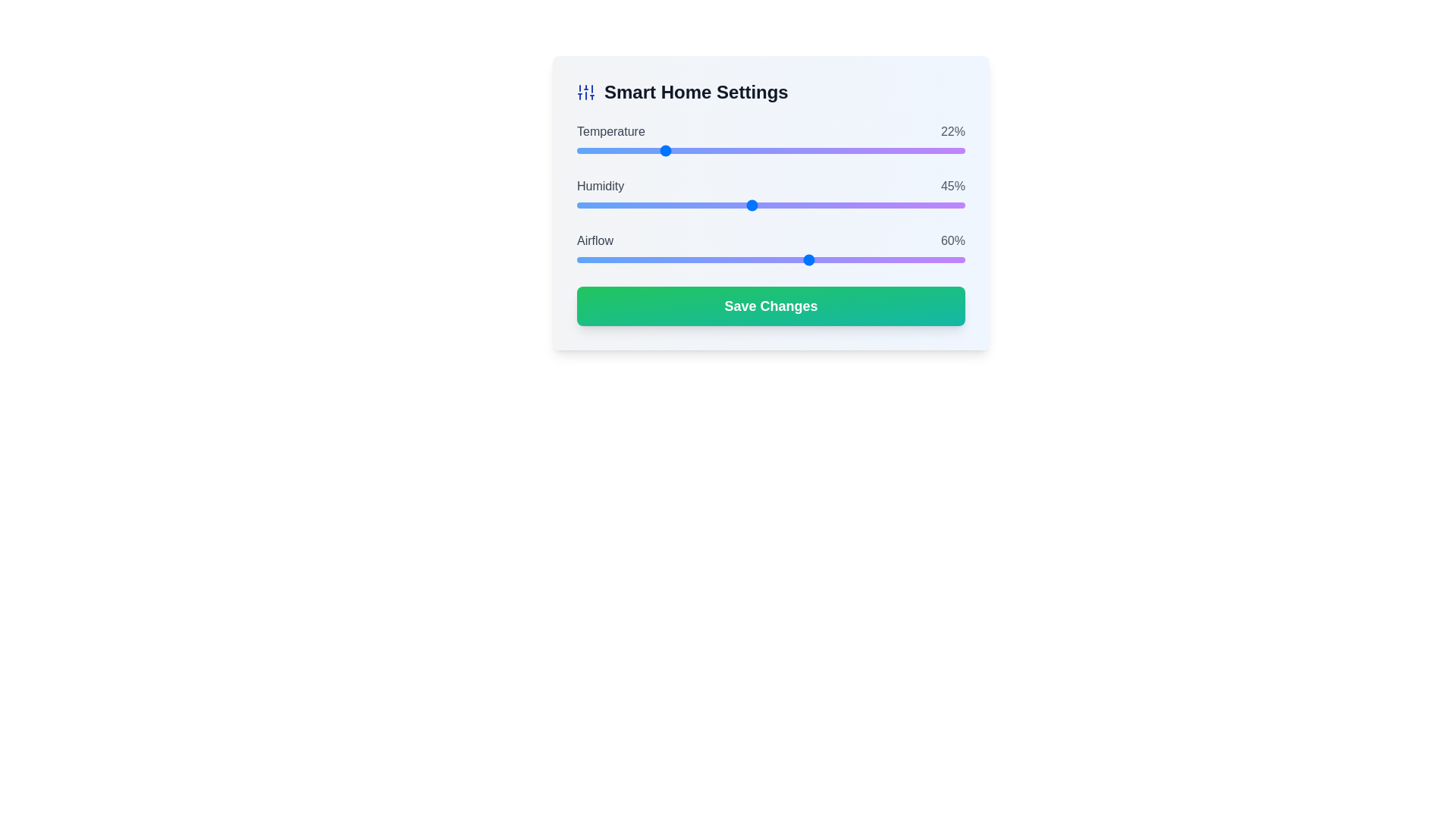 Image resolution: width=1456 pixels, height=819 pixels. Describe the element at coordinates (716, 151) in the screenshot. I see `temperature slider` at that location.